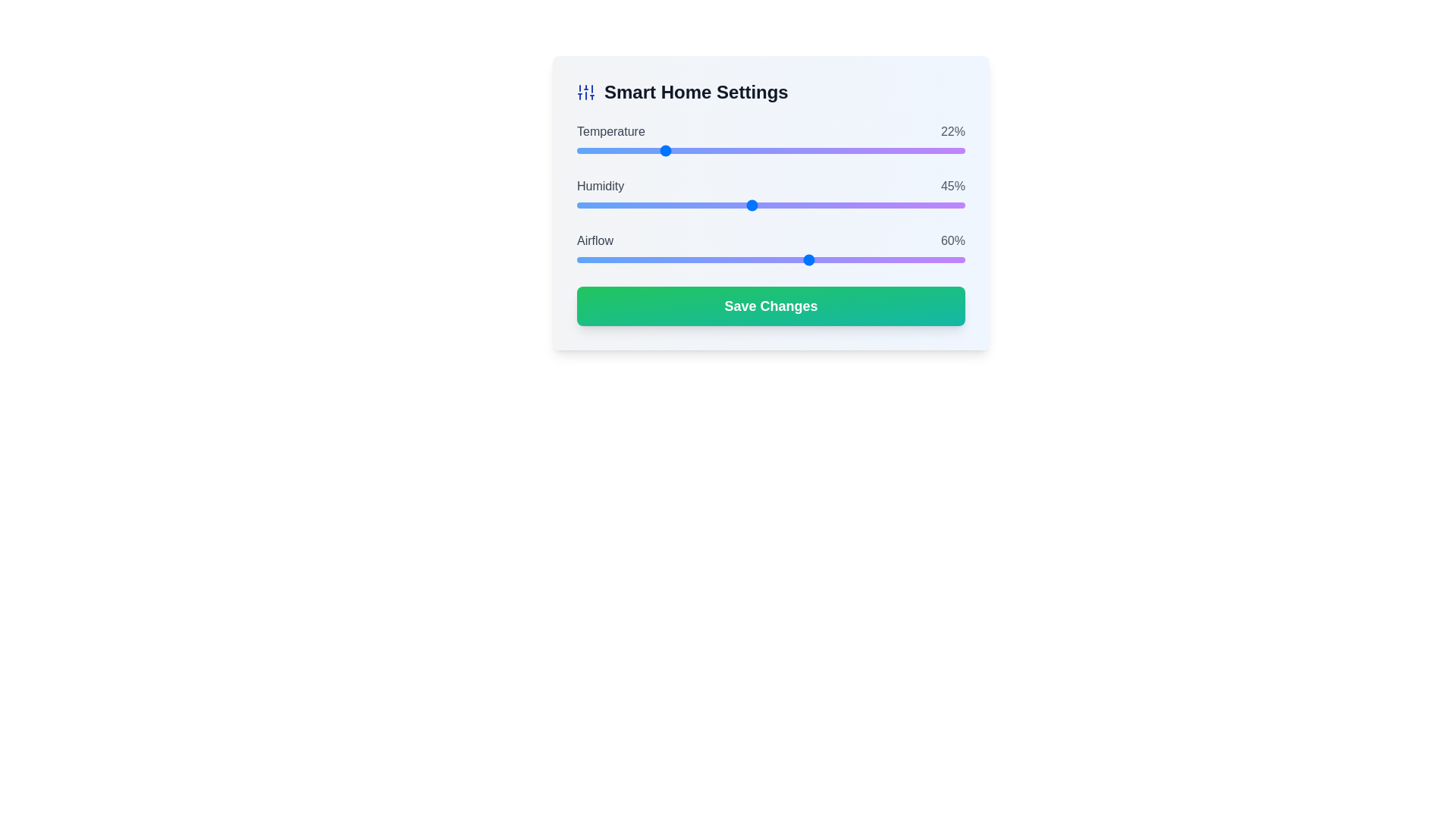 Image resolution: width=1456 pixels, height=819 pixels. Describe the element at coordinates (716, 151) in the screenshot. I see `temperature slider` at that location.